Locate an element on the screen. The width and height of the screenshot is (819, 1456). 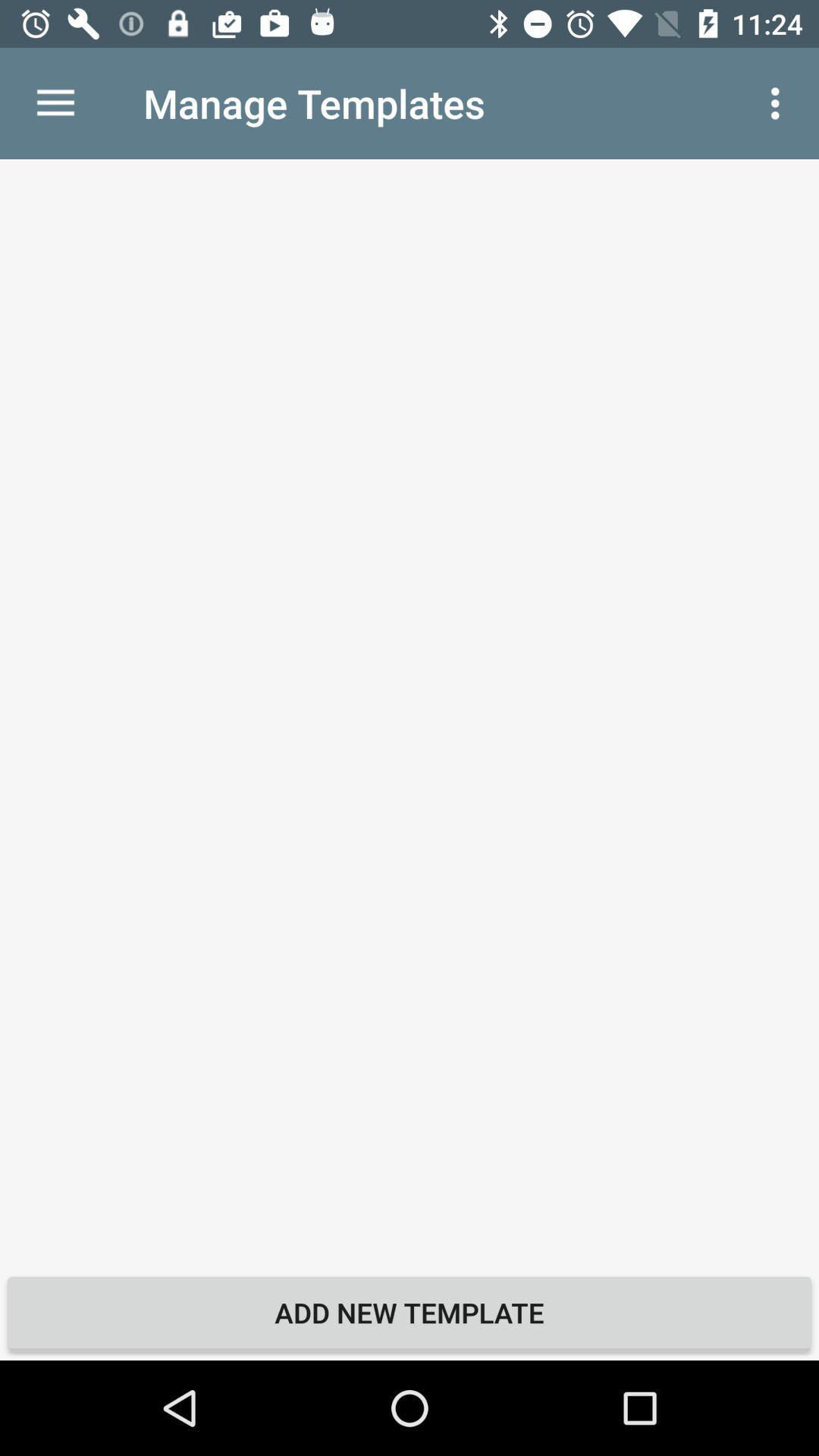
the add new template is located at coordinates (409, 1312).